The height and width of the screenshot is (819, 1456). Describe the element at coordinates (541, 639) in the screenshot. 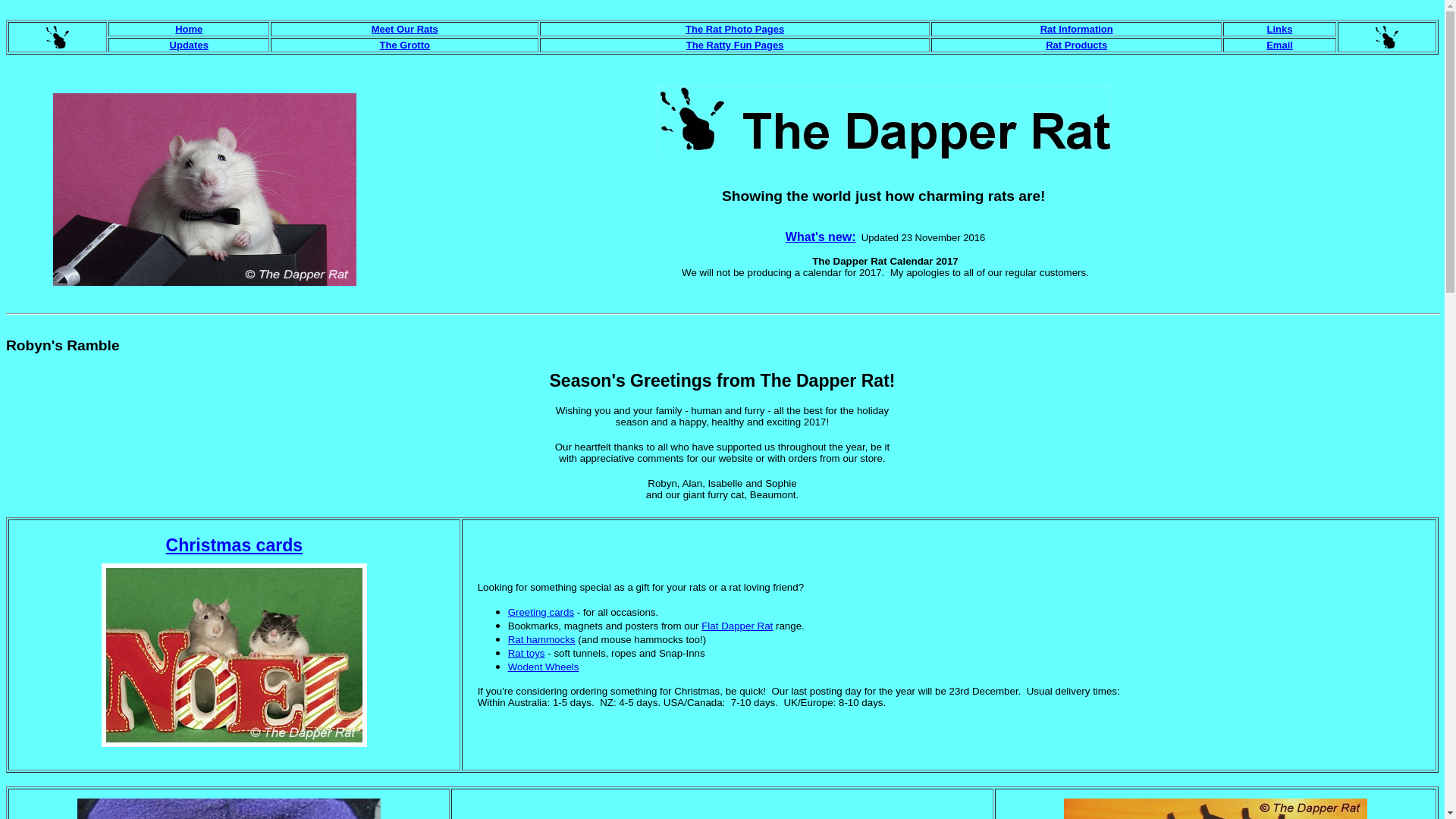

I see `'Rat hammocks'` at that location.